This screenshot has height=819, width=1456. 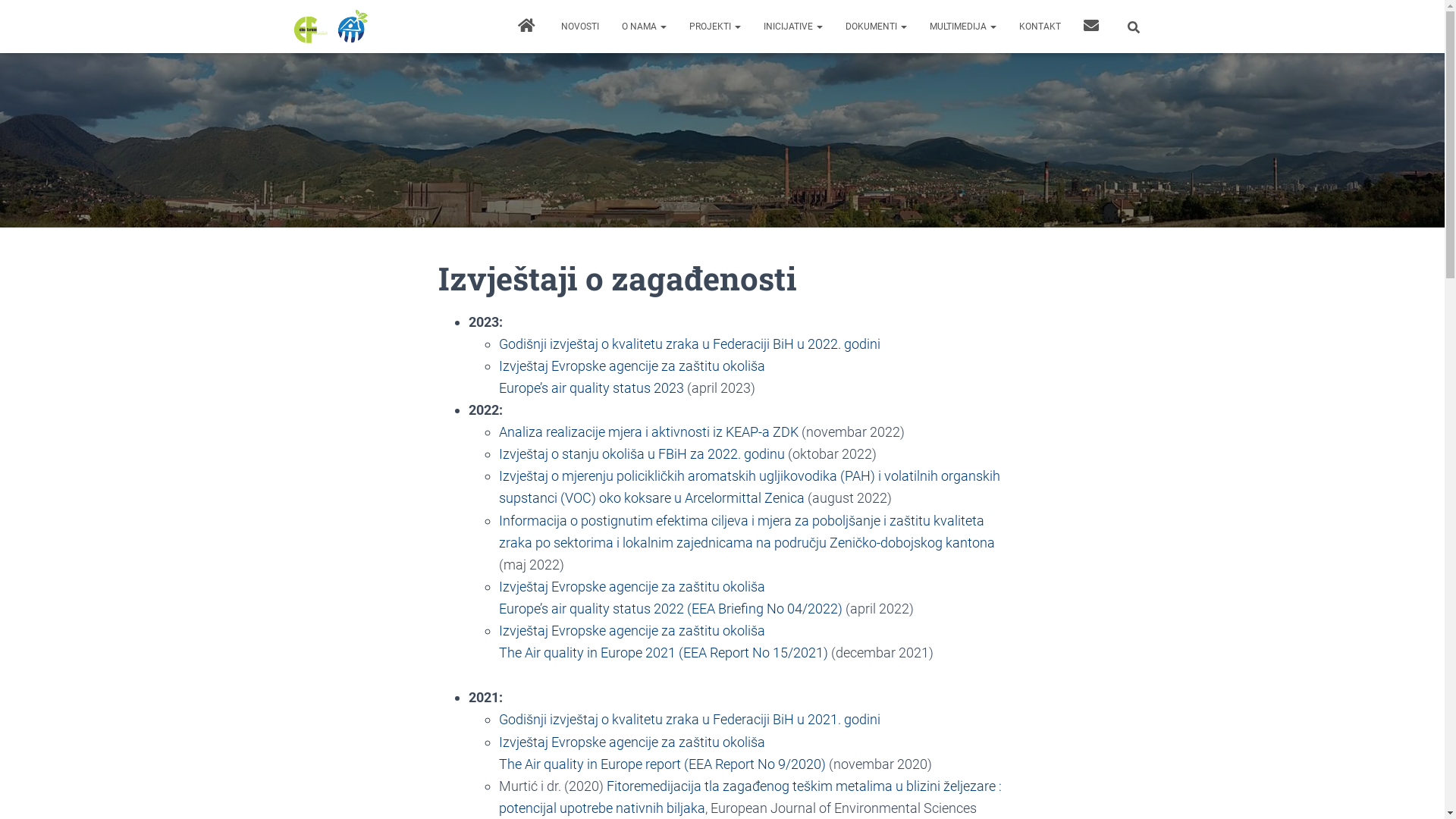 What do you see at coordinates (876, 26) in the screenshot?
I see `'DOKUMENTI'` at bounding box center [876, 26].